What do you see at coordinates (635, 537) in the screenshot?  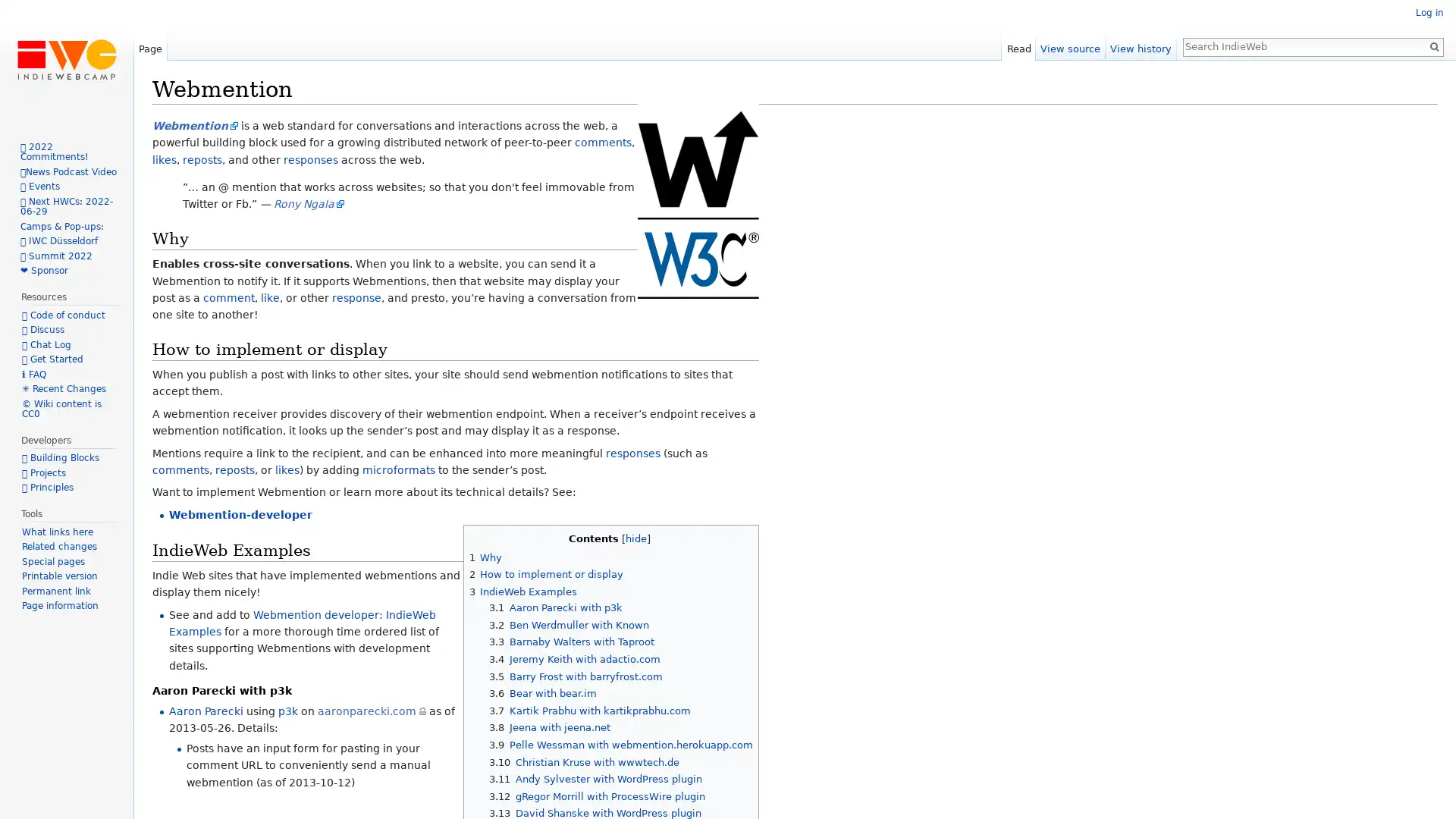 I see `hide` at bounding box center [635, 537].